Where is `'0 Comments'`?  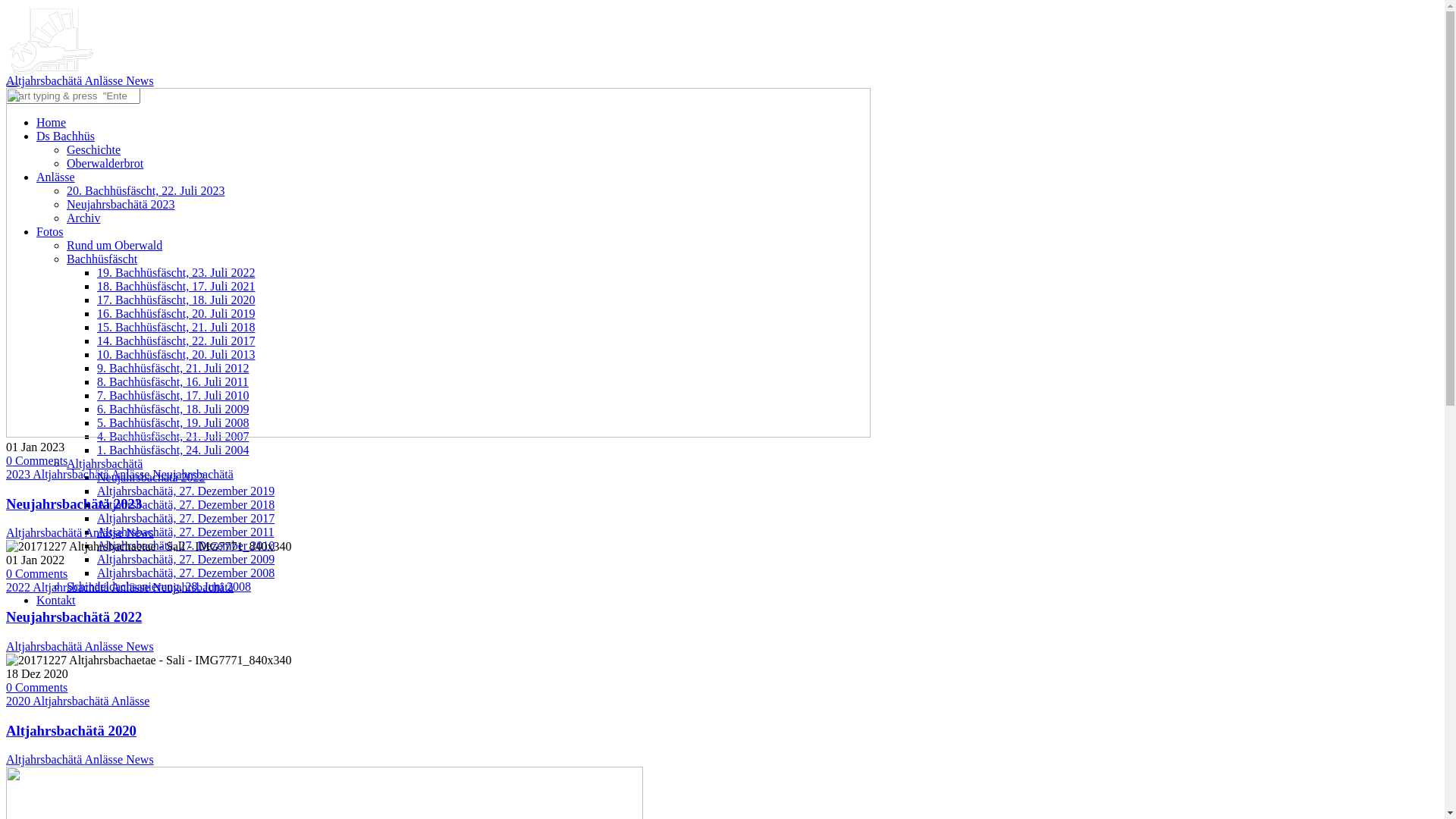
'0 Comments' is located at coordinates (36, 460).